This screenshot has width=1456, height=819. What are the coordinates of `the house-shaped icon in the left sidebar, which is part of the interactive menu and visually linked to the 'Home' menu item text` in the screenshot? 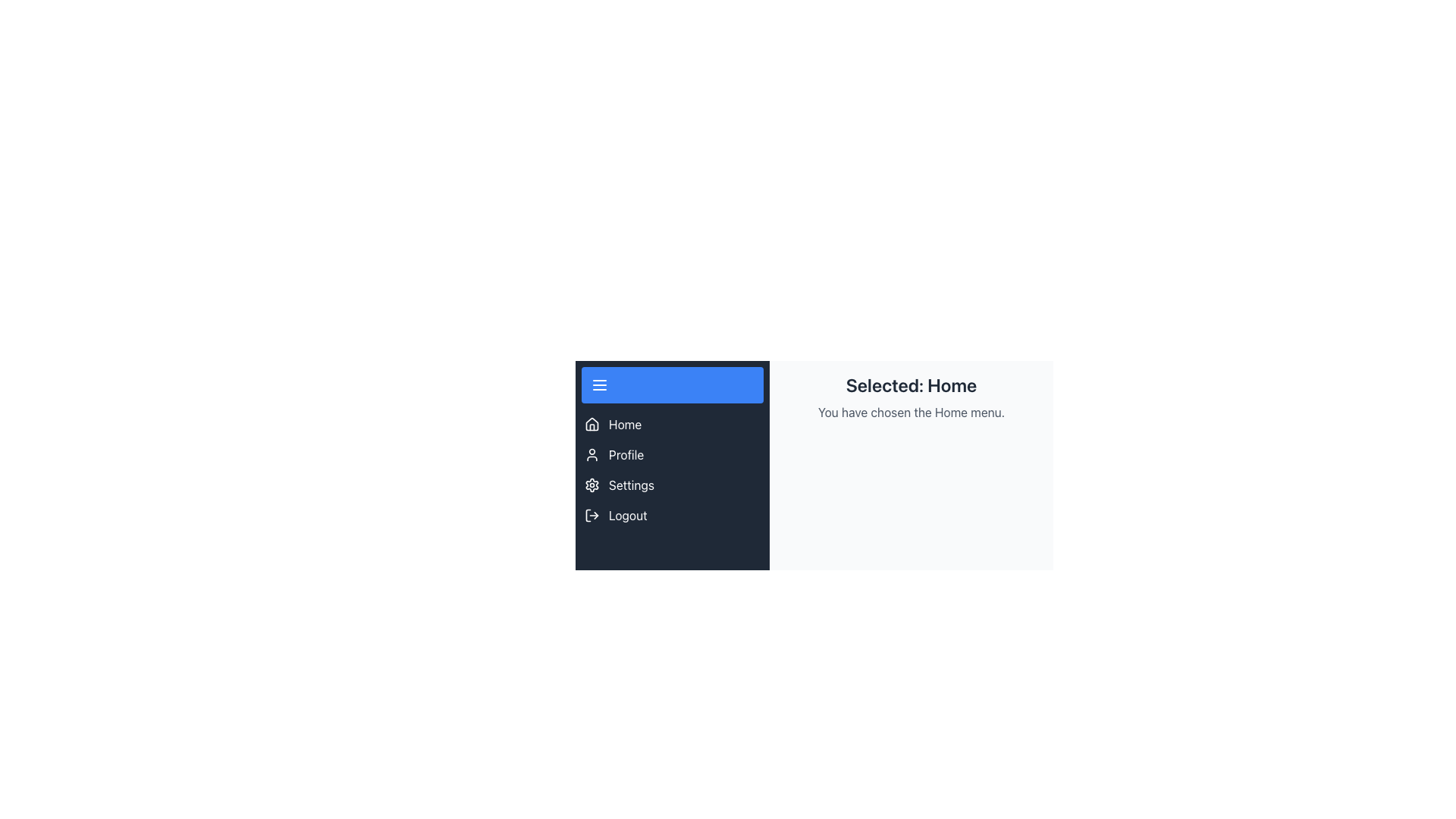 It's located at (591, 424).